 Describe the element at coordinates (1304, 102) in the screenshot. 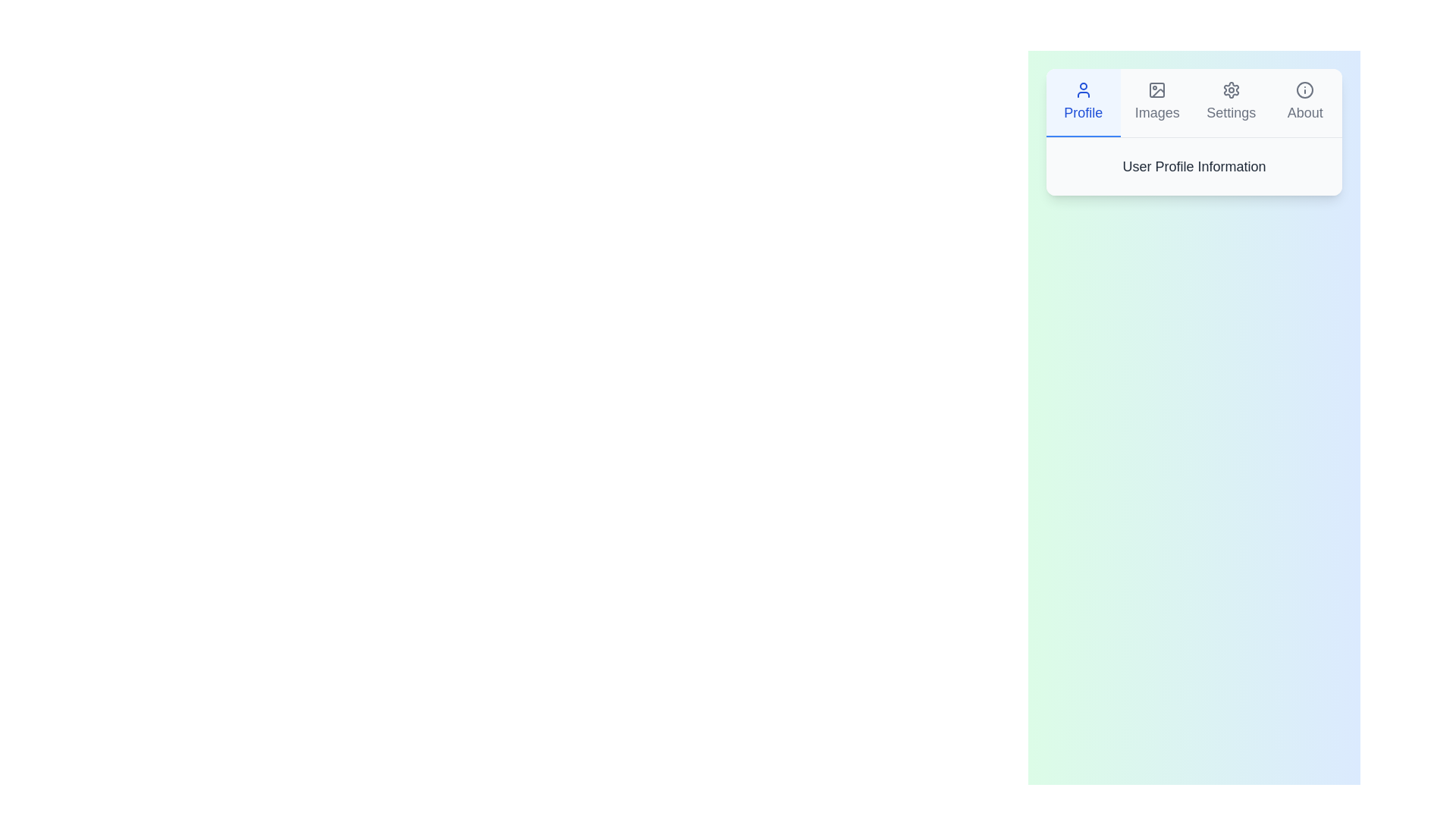

I see `the tab labeled About` at that location.